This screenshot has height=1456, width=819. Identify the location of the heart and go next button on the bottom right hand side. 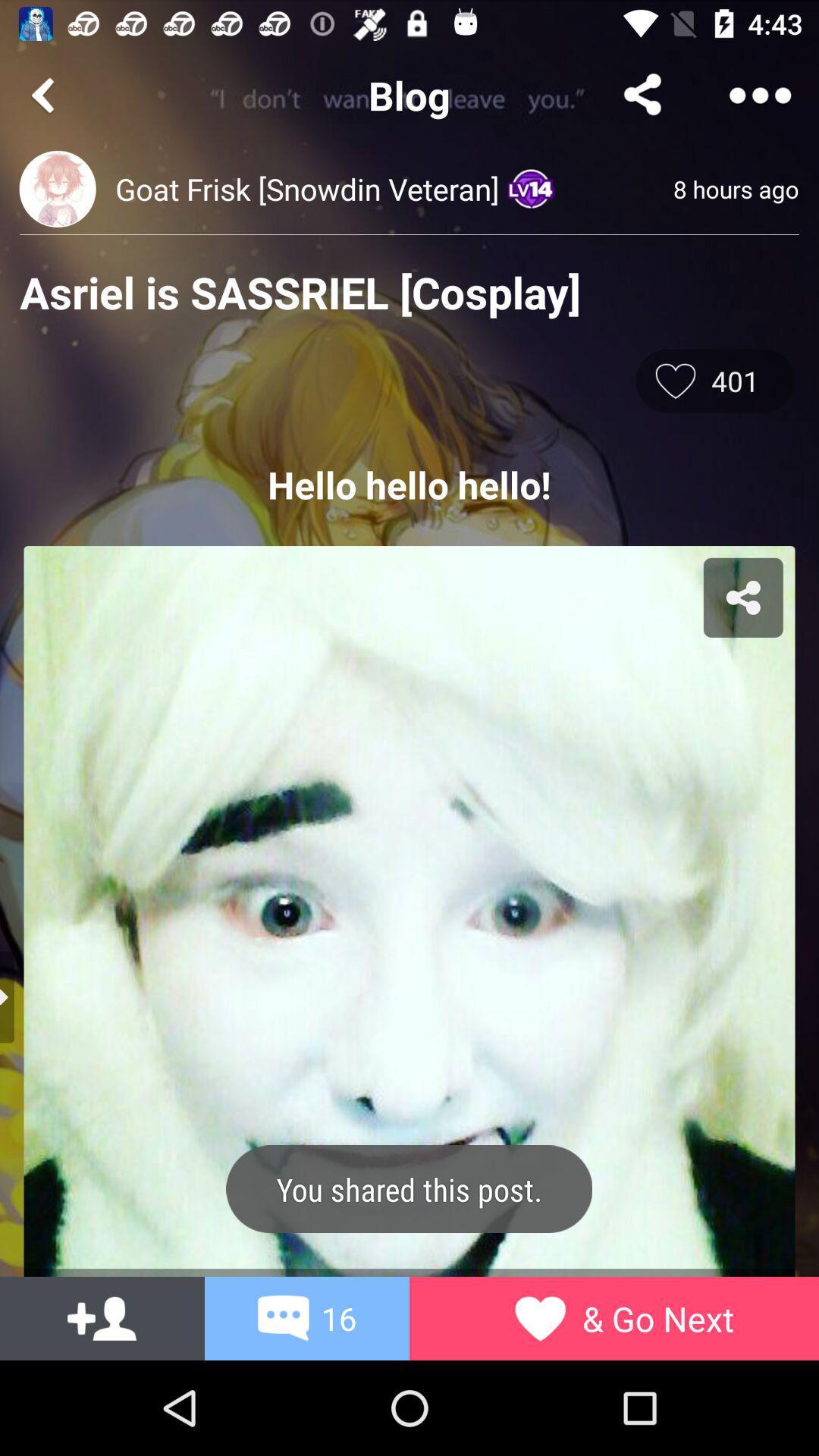
(539, 1317).